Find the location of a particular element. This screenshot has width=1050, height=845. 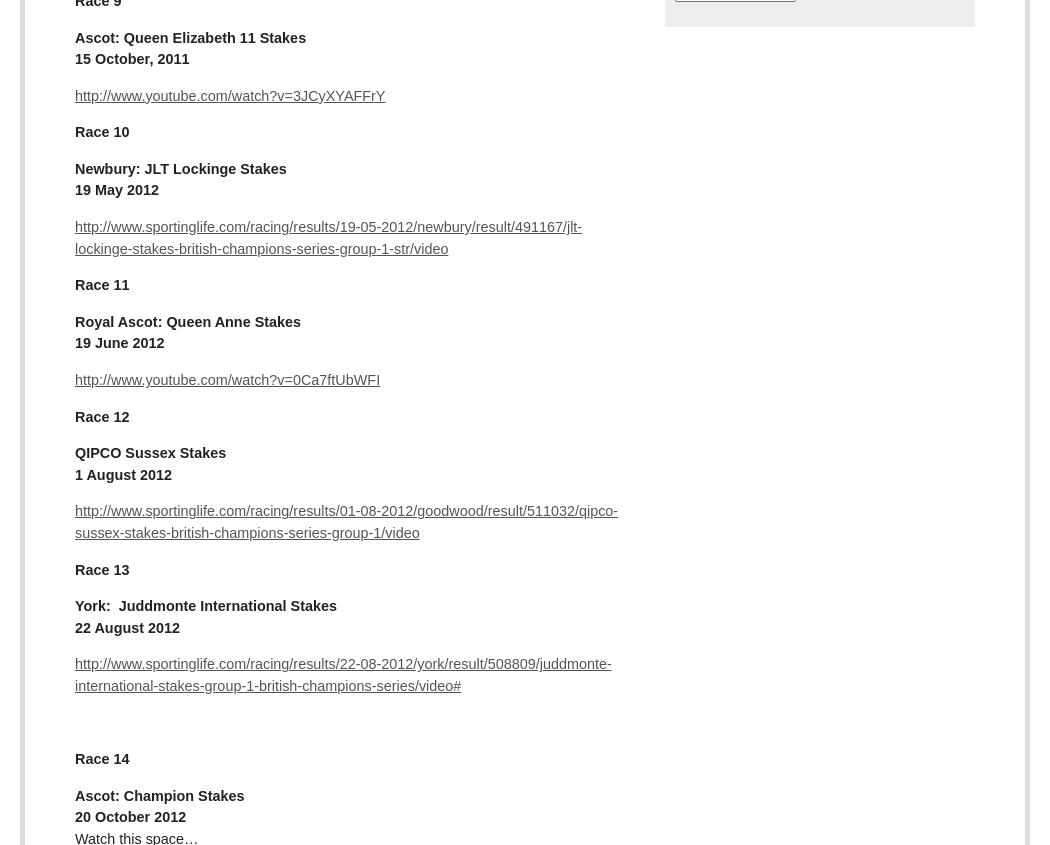

'20 October 2012' is located at coordinates (129, 817).